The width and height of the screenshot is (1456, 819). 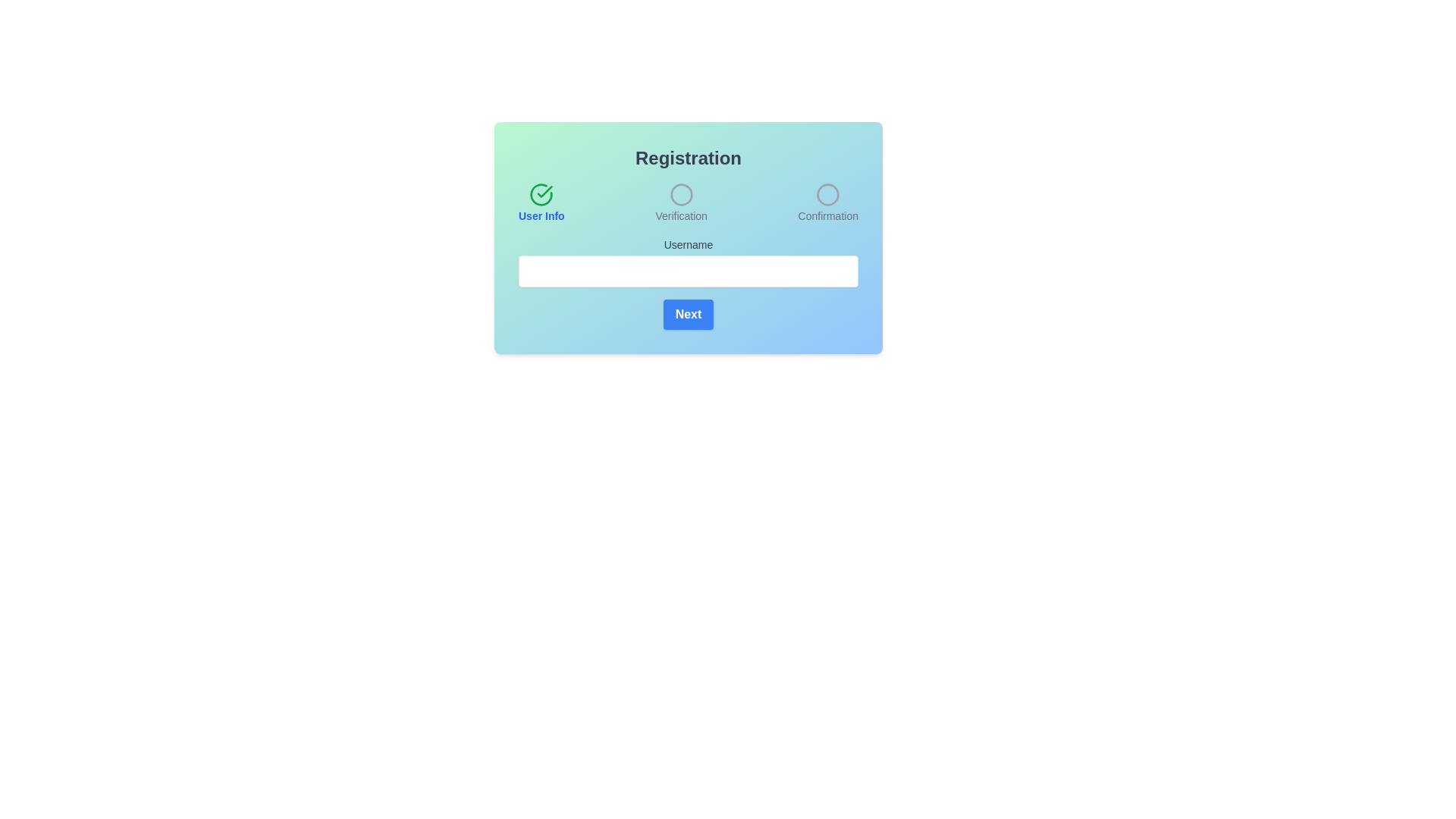 What do you see at coordinates (827, 194) in the screenshot?
I see `the circular confirmation icon with a gray stroke, located to the far right in the group of three icons aligned with the 'Registration' section header` at bounding box center [827, 194].